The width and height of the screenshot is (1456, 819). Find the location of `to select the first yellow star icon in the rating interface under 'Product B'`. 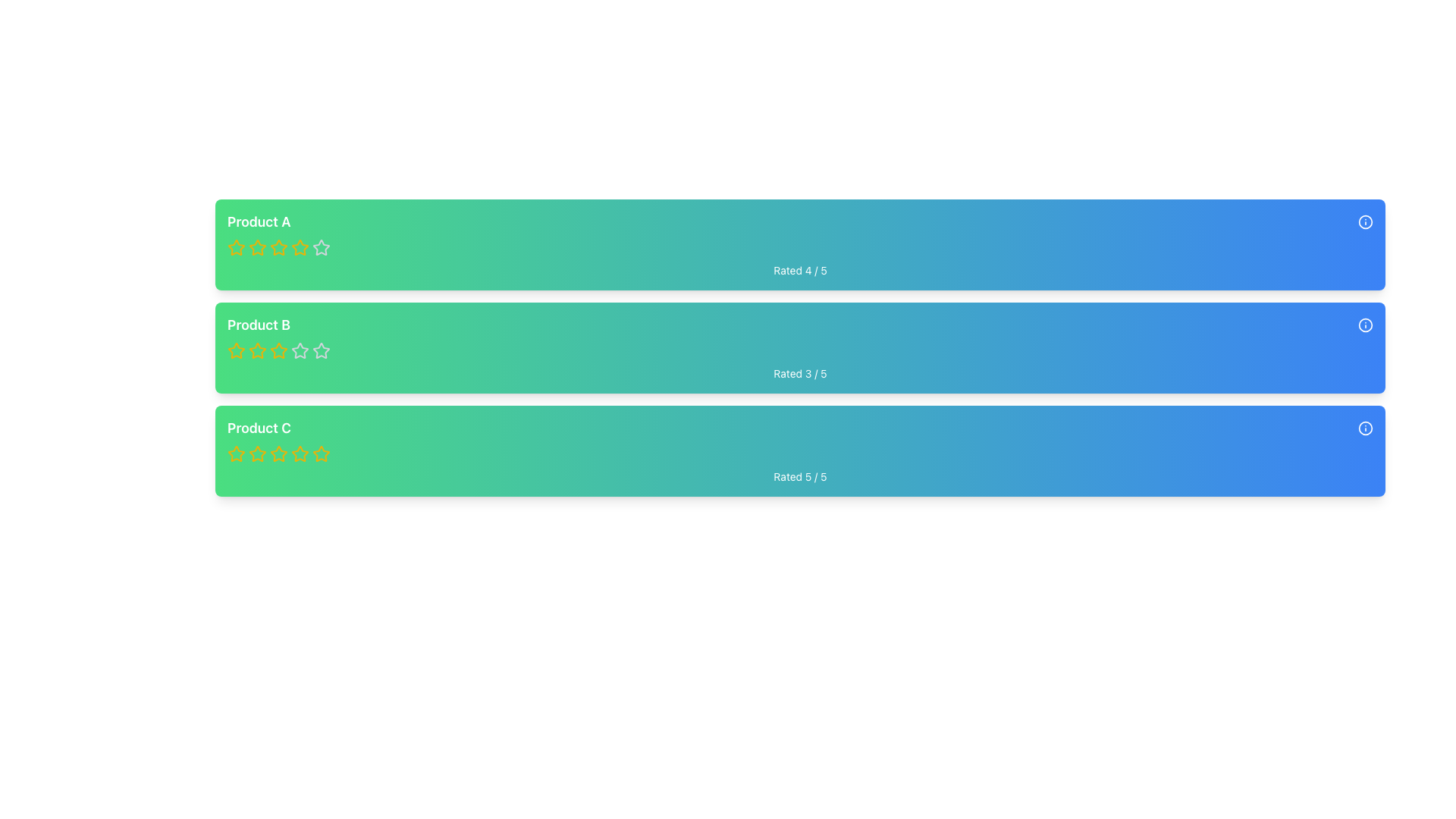

to select the first yellow star icon in the rating interface under 'Product B' is located at coordinates (236, 350).